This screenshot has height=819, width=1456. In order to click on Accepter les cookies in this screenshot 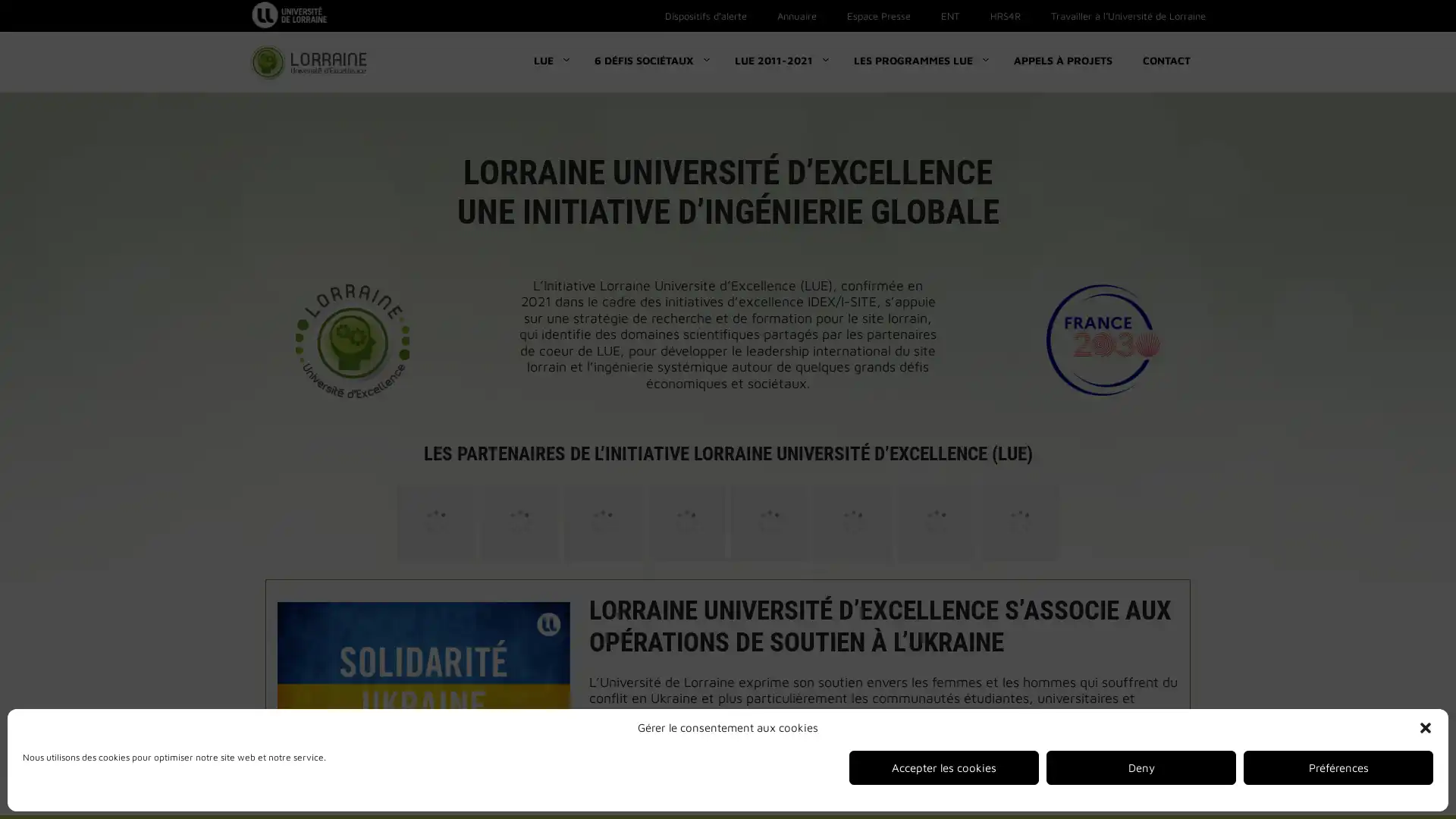, I will do `click(943, 767)`.